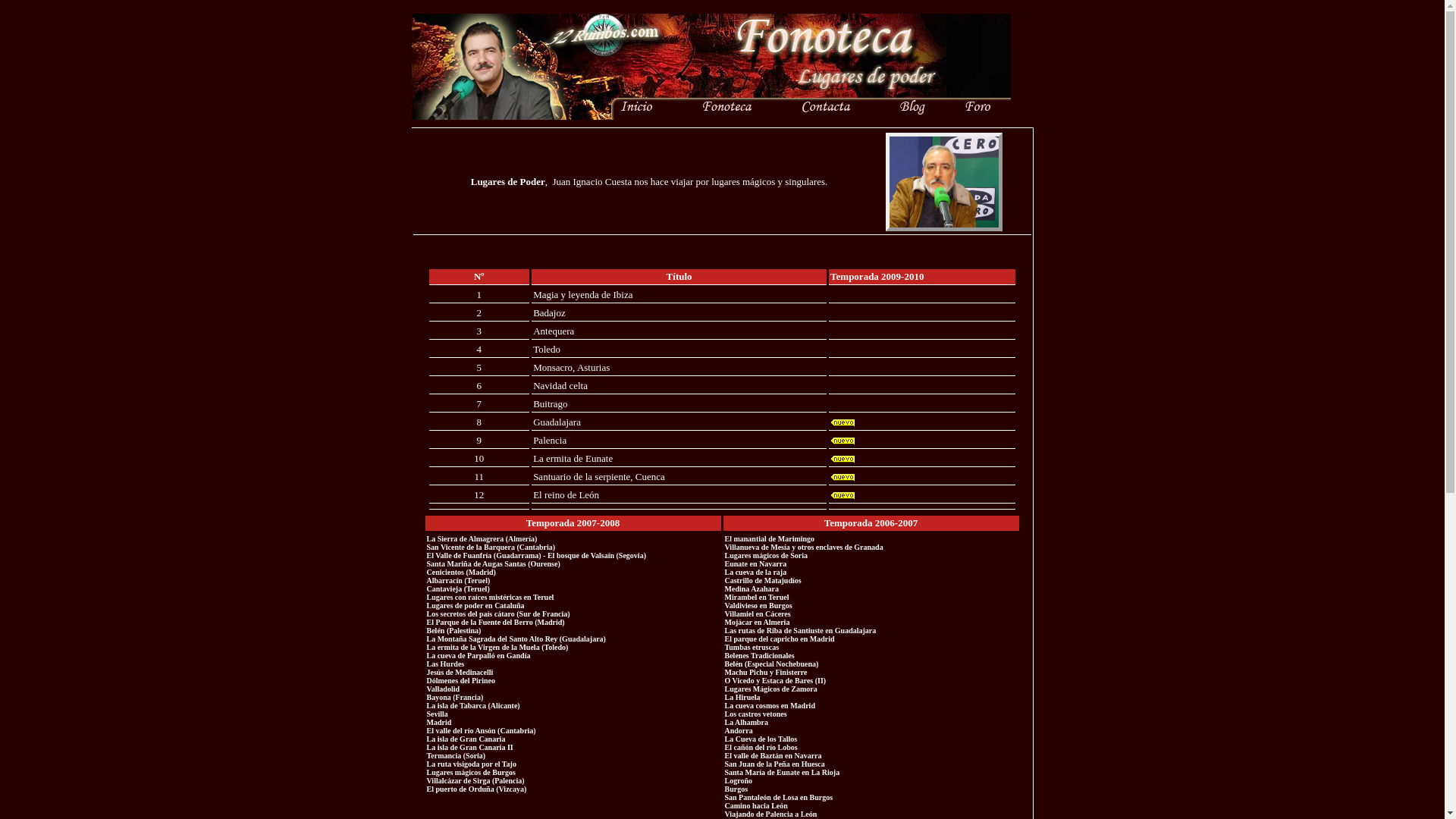  Describe the element at coordinates (546, 349) in the screenshot. I see `'Toledo'` at that location.